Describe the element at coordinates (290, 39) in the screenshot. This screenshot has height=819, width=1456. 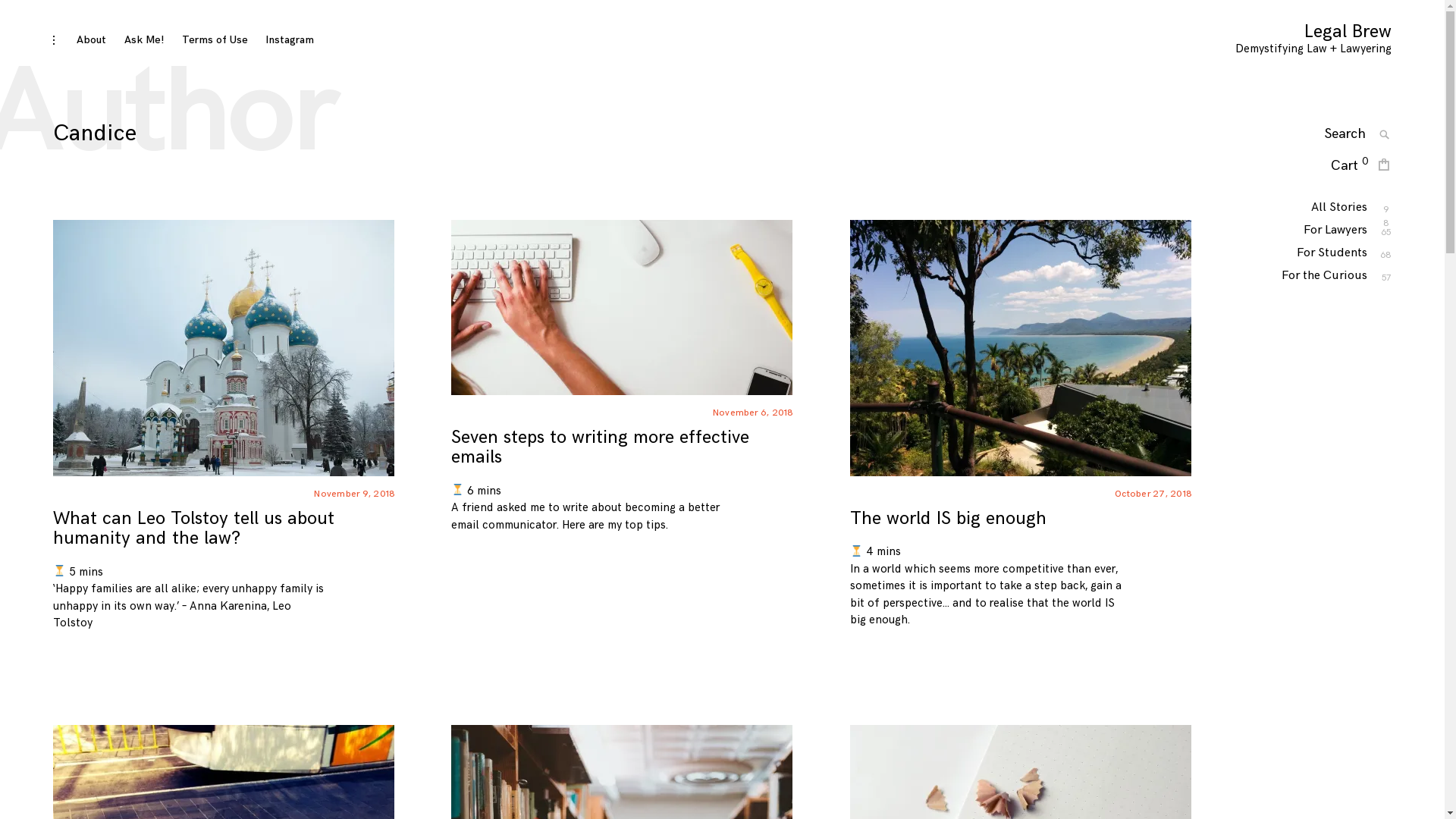
I see `'Instagram'` at that location.